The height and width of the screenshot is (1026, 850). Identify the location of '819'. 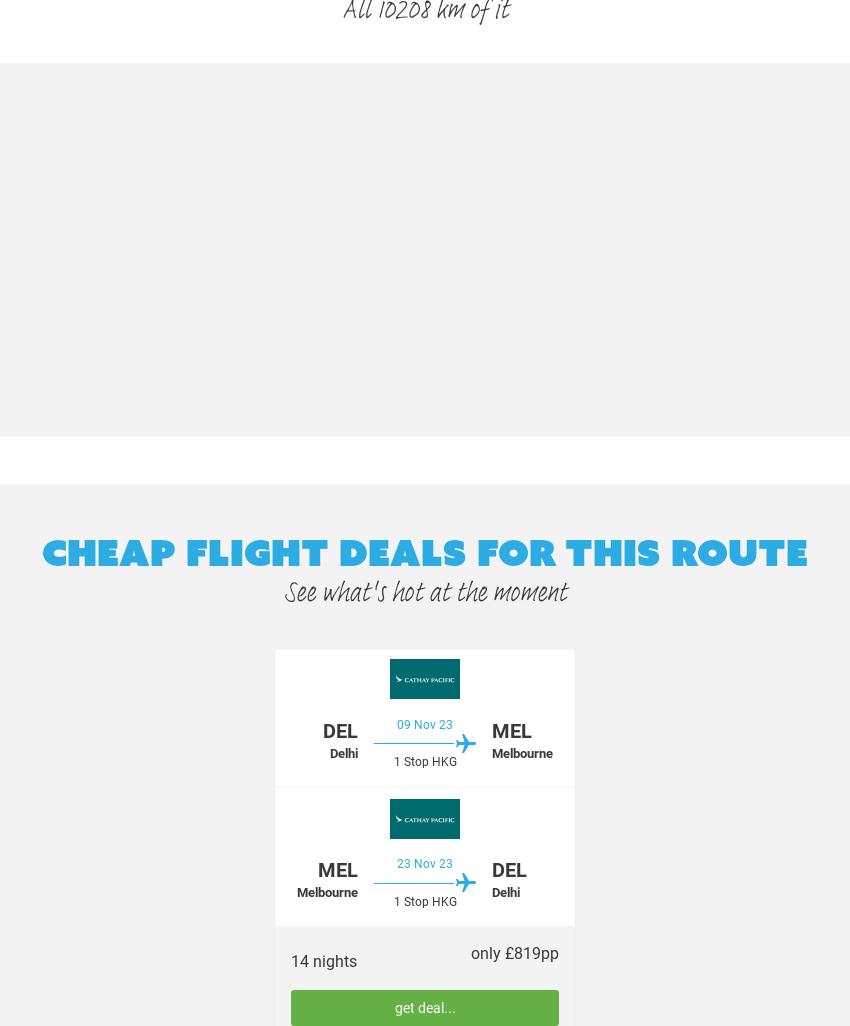
(526, 953).